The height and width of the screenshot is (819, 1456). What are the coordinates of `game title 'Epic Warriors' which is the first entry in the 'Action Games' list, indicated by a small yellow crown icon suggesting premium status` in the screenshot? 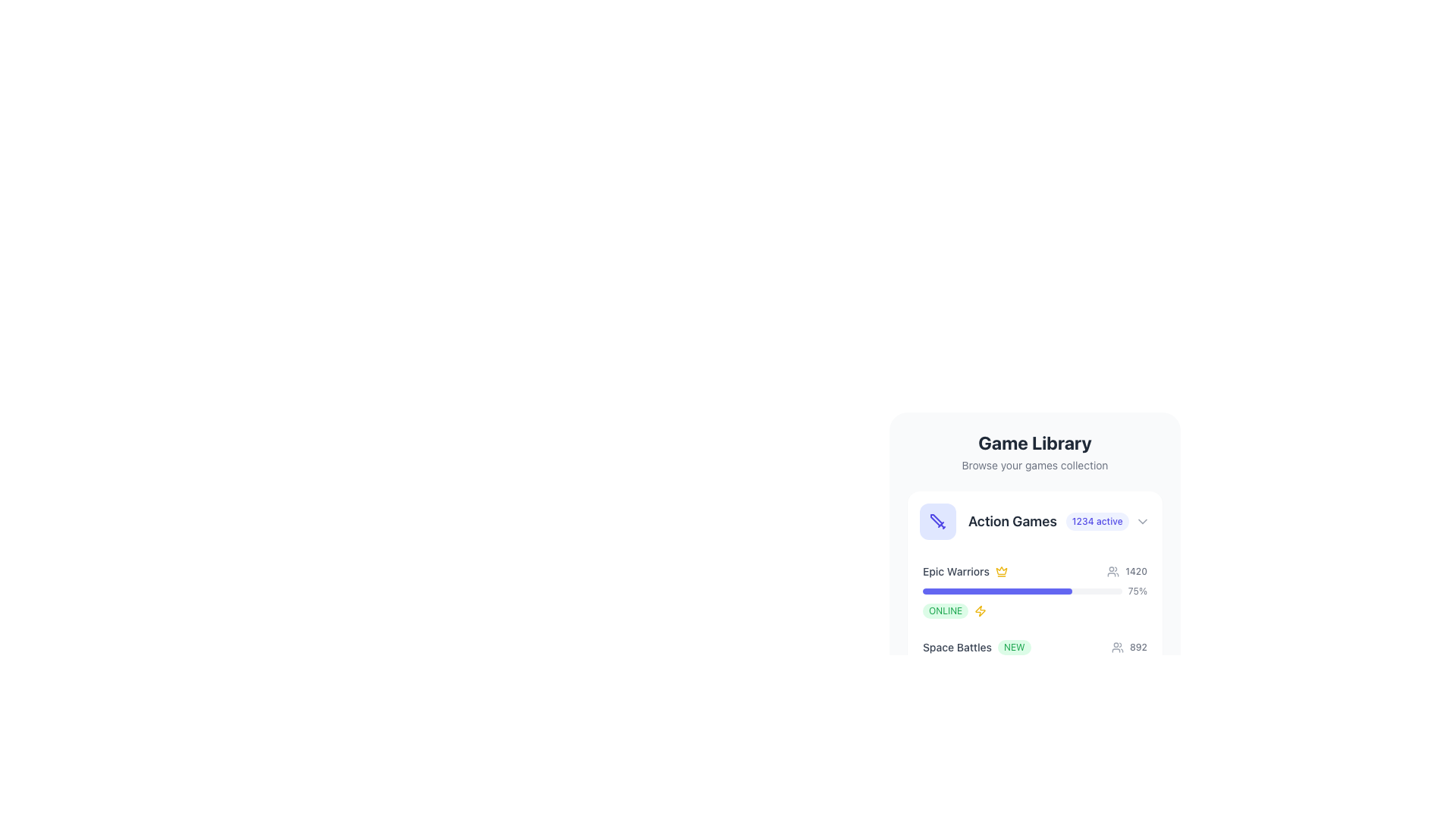 It's located at (964, 571).